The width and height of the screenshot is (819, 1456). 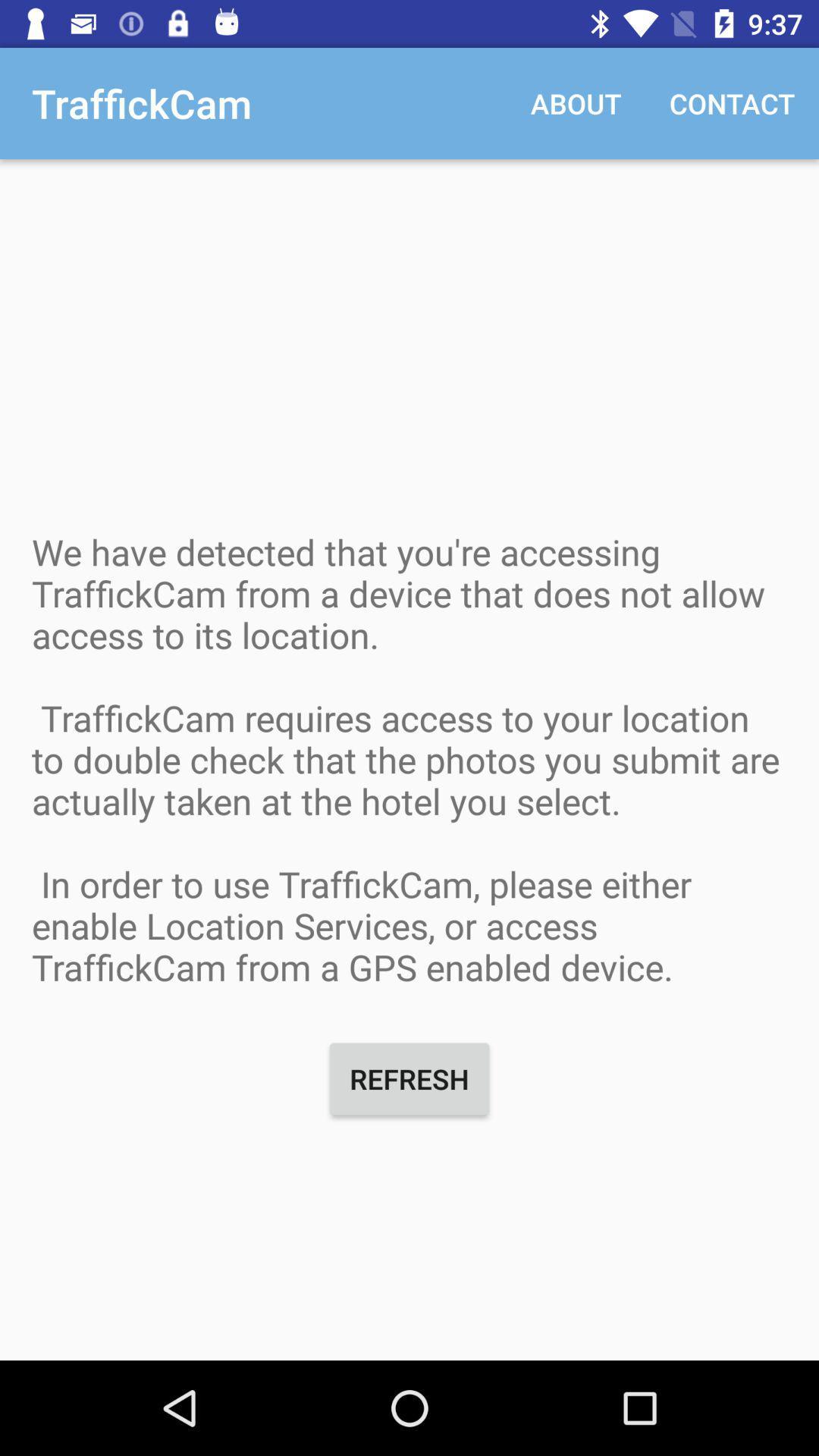 What do you see at coordinates (731, 102) in the screenshot?
I see `the item next to the about icon` at bounding box center [731, 102].